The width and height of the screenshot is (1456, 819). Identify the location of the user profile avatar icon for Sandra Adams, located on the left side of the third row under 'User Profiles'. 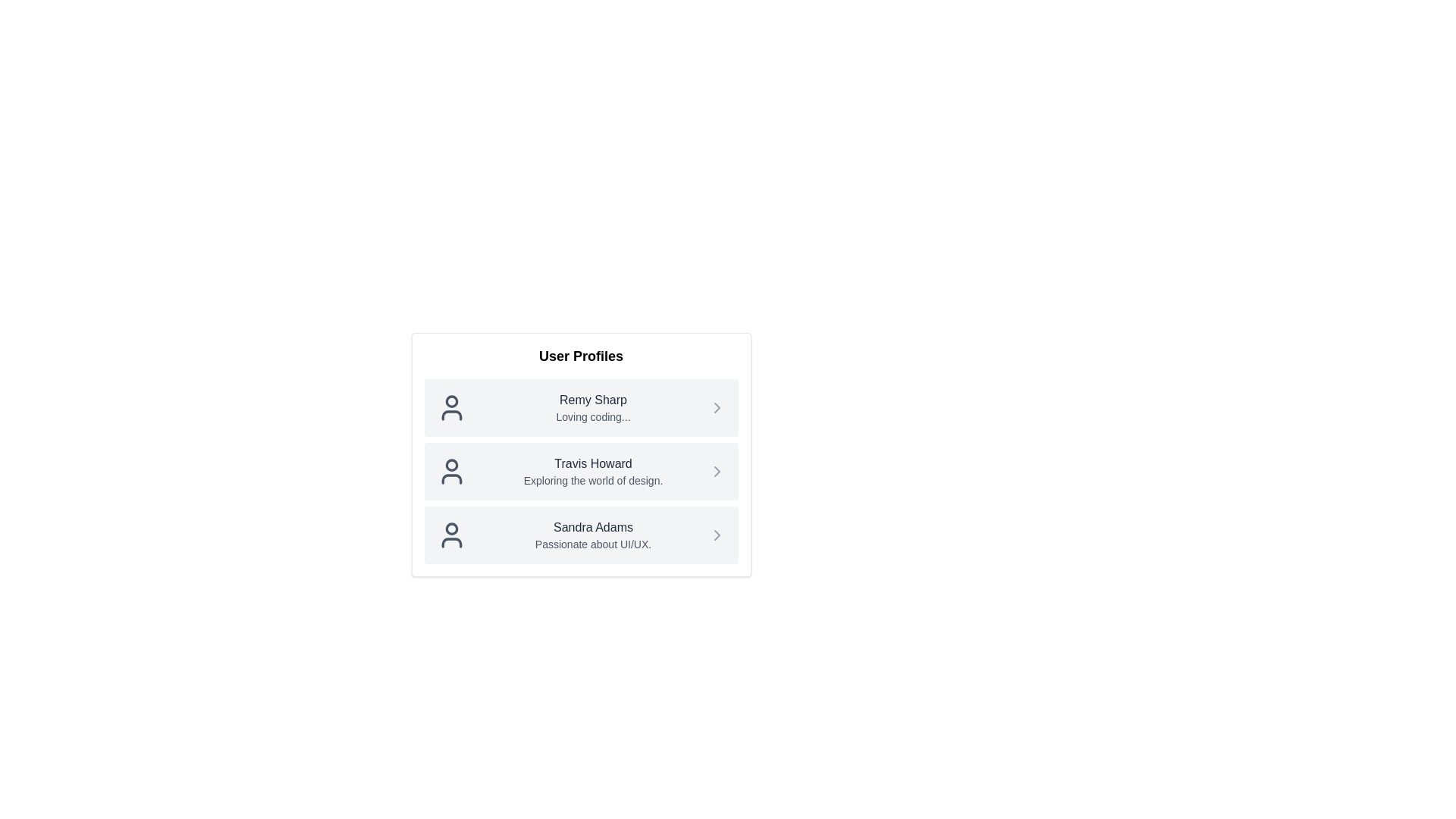
(450, 534).